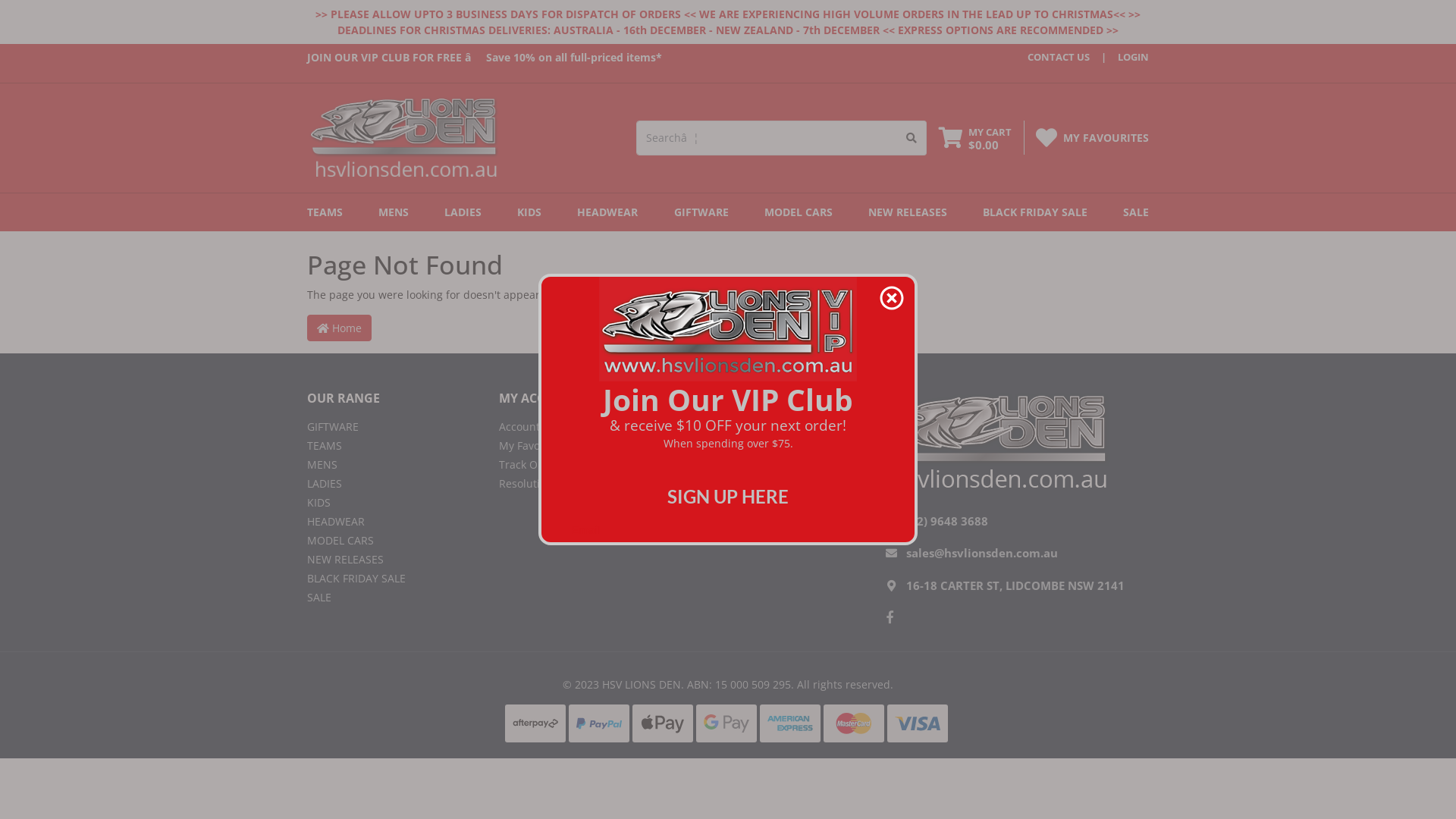 Image resolution: width=1456 pixels, height=819 pixels. What do you see at coordinates (306, 212) in the screenshot?
I see `'TEAMS'` at bounding box center [306, 212].